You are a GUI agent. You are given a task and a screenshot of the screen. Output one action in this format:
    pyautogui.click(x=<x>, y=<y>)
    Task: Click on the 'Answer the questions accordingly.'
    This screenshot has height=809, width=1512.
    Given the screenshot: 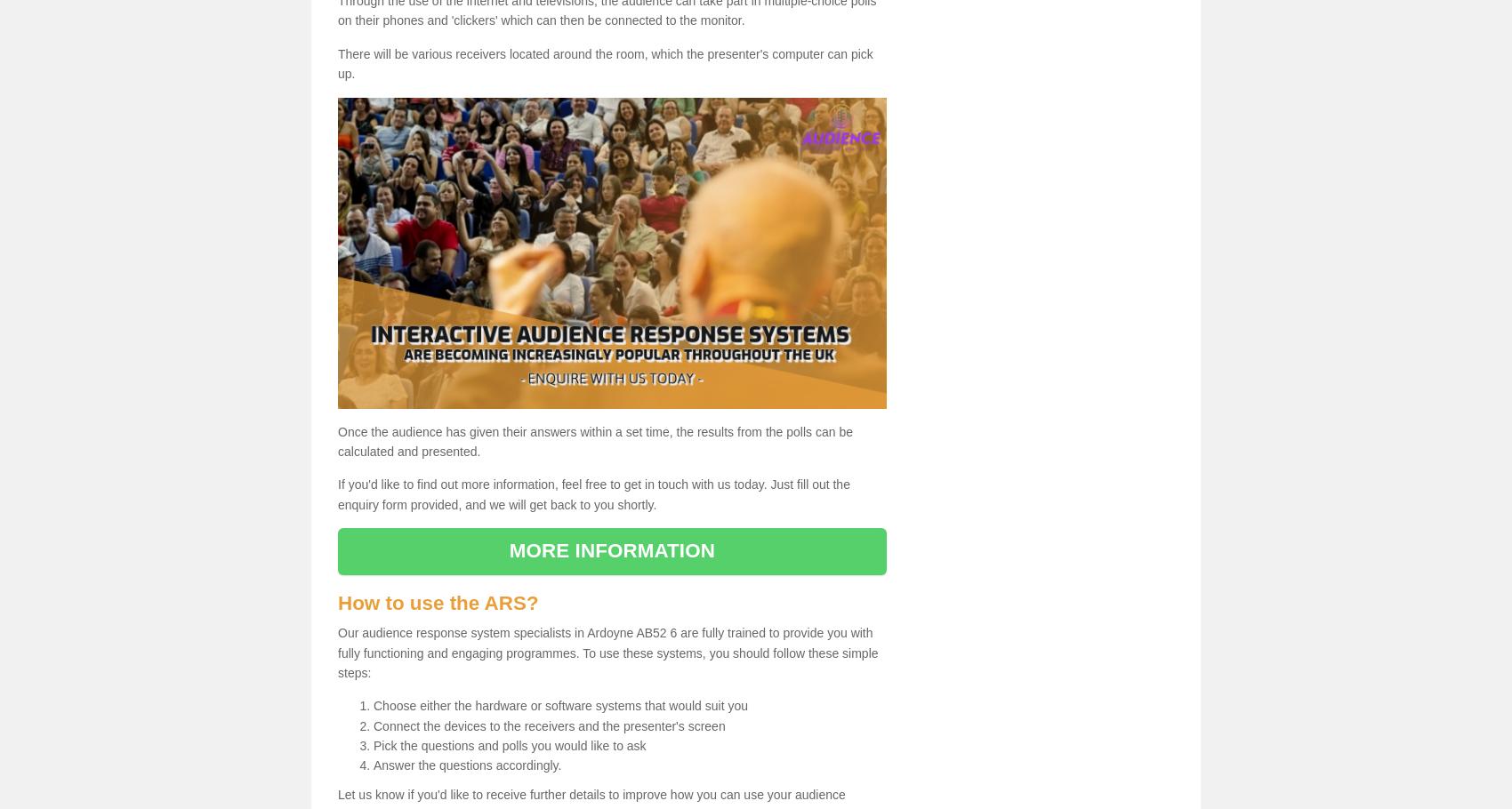 What is the action you would take?
    pyautogui.click(x=373, y=765)
    